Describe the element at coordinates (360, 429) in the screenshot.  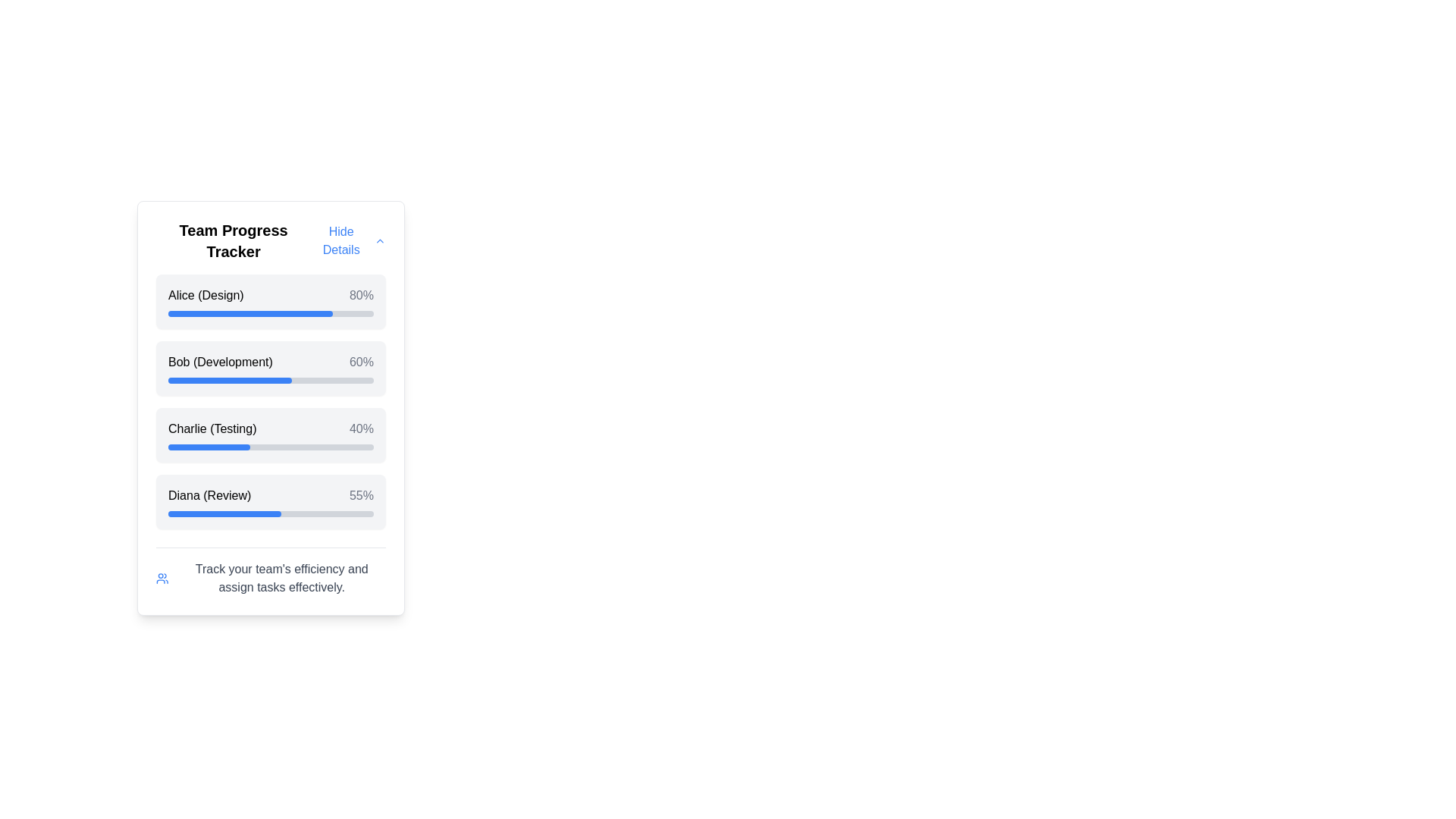
I see `the text label displaying '40%' in gray color, which is located at the far right of the row containing 'Charlie (Testing)'` at that location.